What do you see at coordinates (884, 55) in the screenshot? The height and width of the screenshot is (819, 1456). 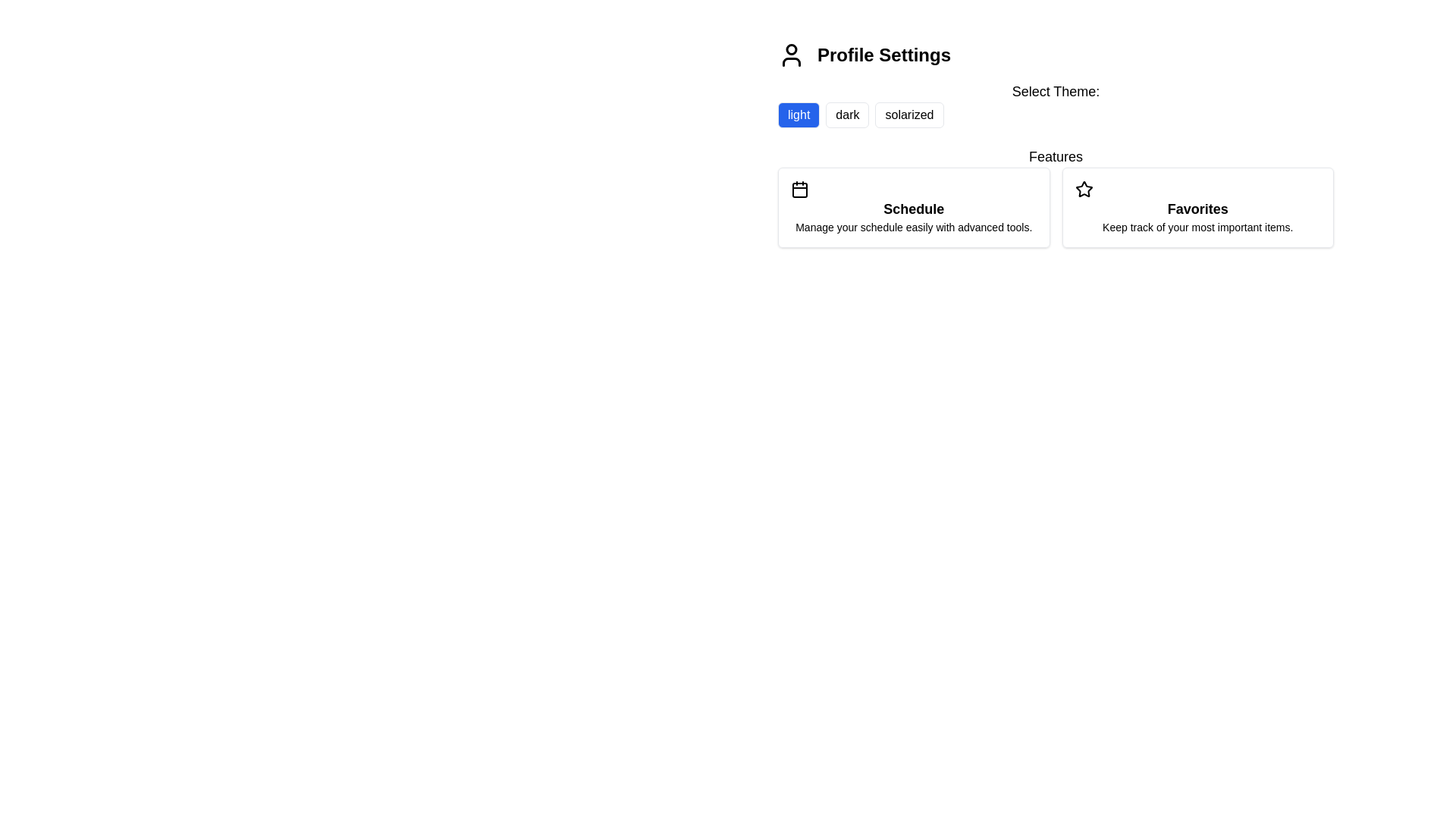 I see `the bold, black text label reading 'Profile Settings', which is styled with a large font size and prominently positioned in the UI, located to the right of the user icon` at bounding box center [884, 55].